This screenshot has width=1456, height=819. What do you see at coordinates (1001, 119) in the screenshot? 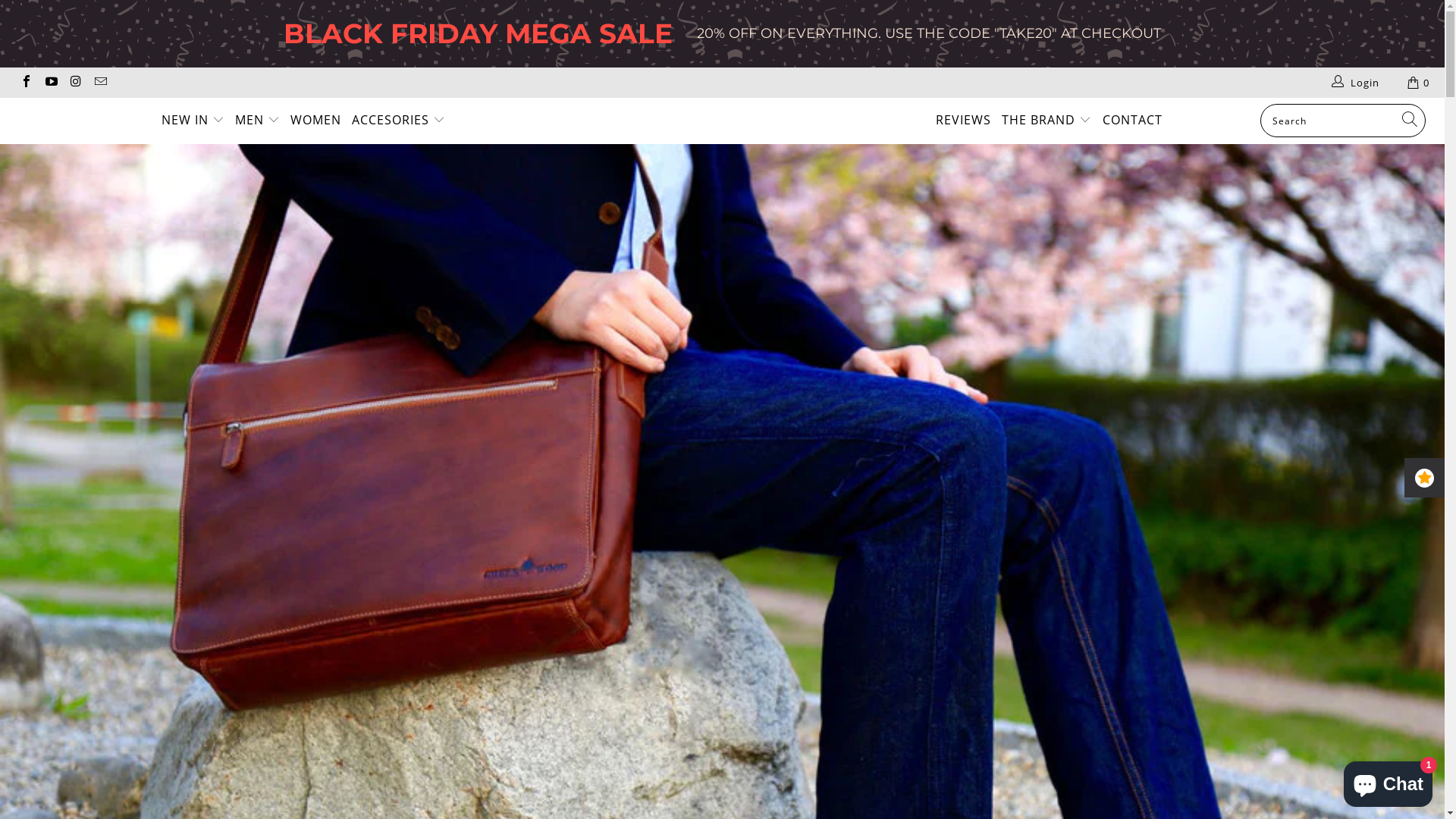
I see `'THE BRAND'` at bounding box center [1001, 119].